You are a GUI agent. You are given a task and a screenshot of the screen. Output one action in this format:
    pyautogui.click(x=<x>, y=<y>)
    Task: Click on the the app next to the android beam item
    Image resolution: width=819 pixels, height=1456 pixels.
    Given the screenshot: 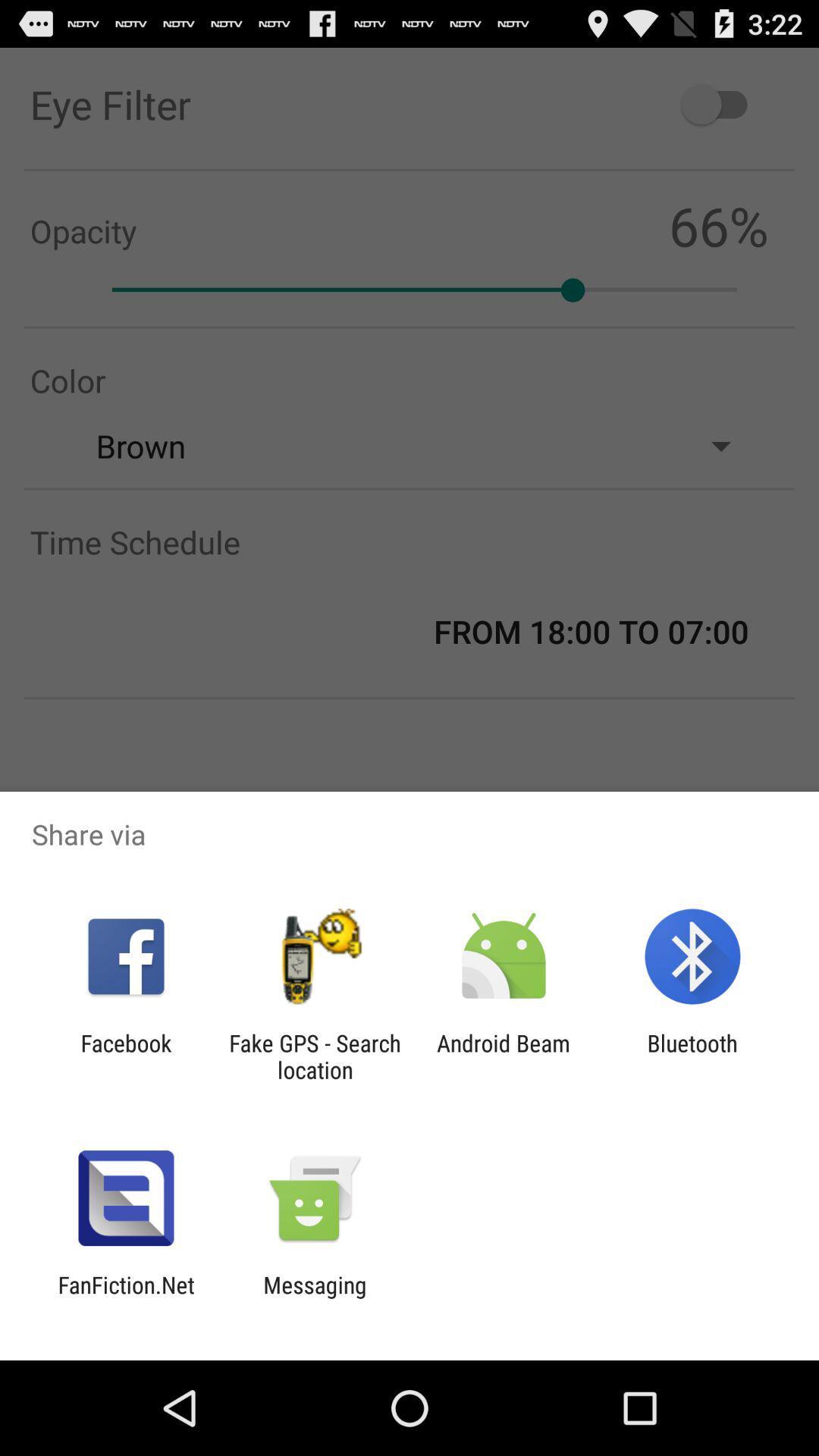 What is the action you would take?
    pyautogui.click(x=692, y=1056)
    